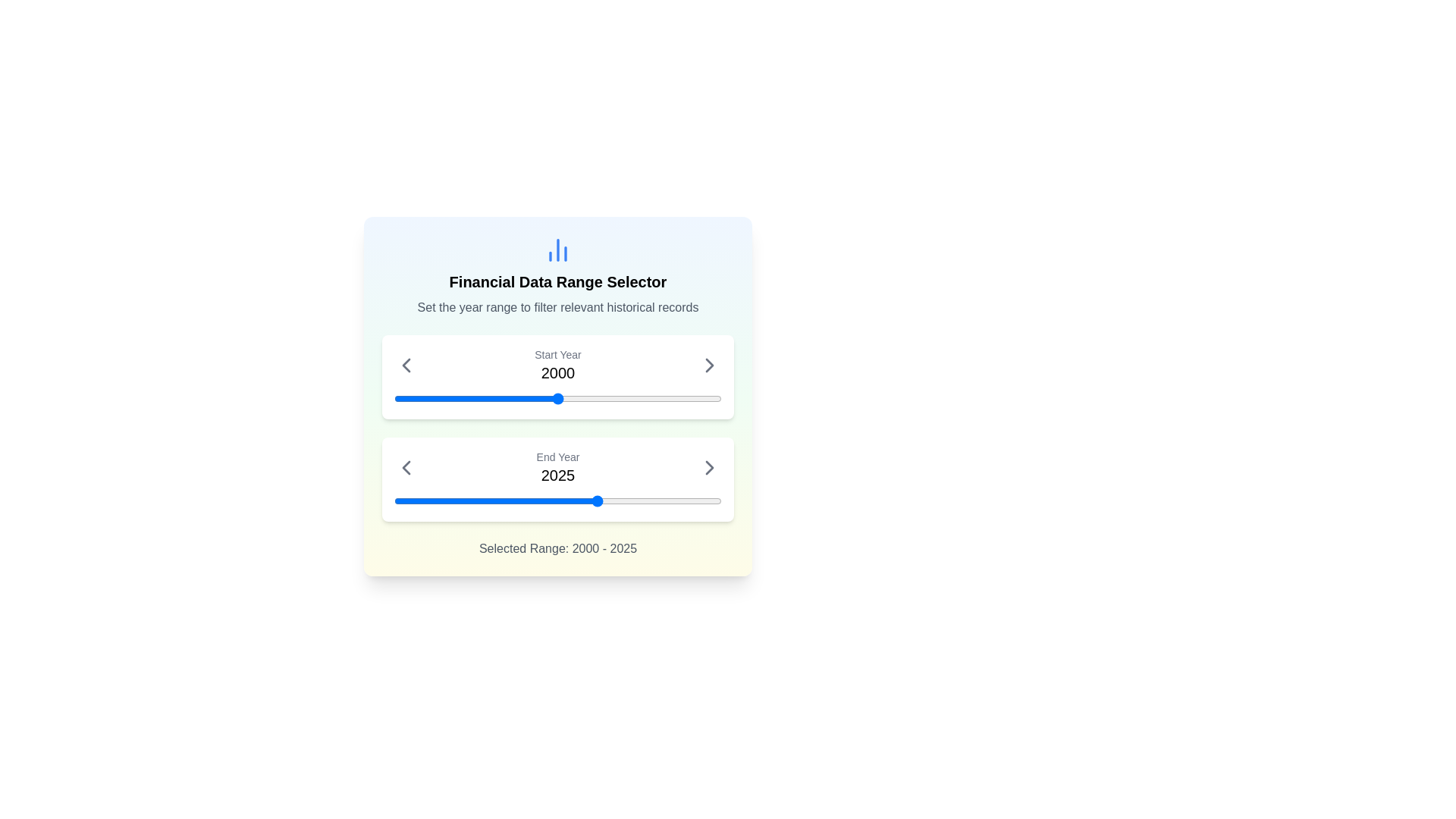 This screenshot has height=819, width=1456. Describe the element at coordinates (557, 456) in the screenshot. I see `the 'End Year' label text, which is positioned above the year '2025' in the bottom part of the interface` at that location.